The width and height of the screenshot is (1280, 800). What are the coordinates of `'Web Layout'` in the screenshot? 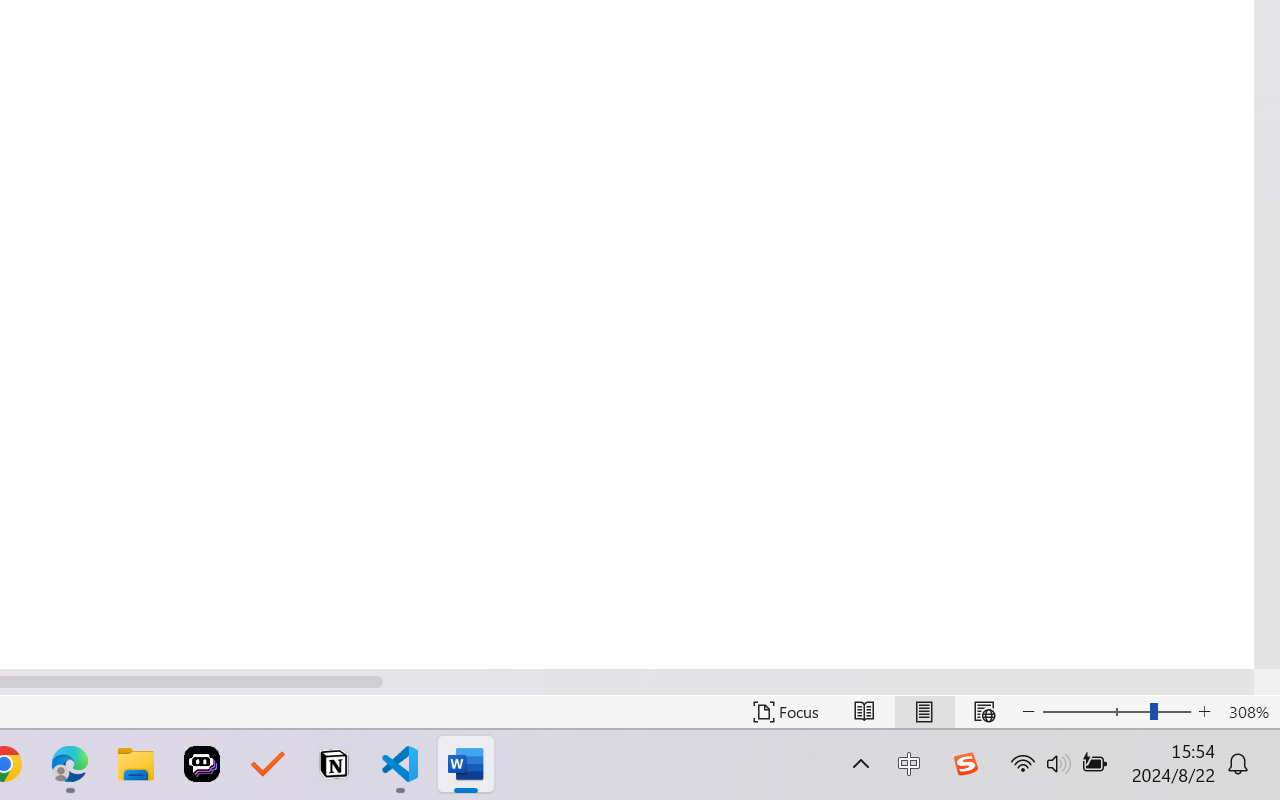 It's located at (984, 711).